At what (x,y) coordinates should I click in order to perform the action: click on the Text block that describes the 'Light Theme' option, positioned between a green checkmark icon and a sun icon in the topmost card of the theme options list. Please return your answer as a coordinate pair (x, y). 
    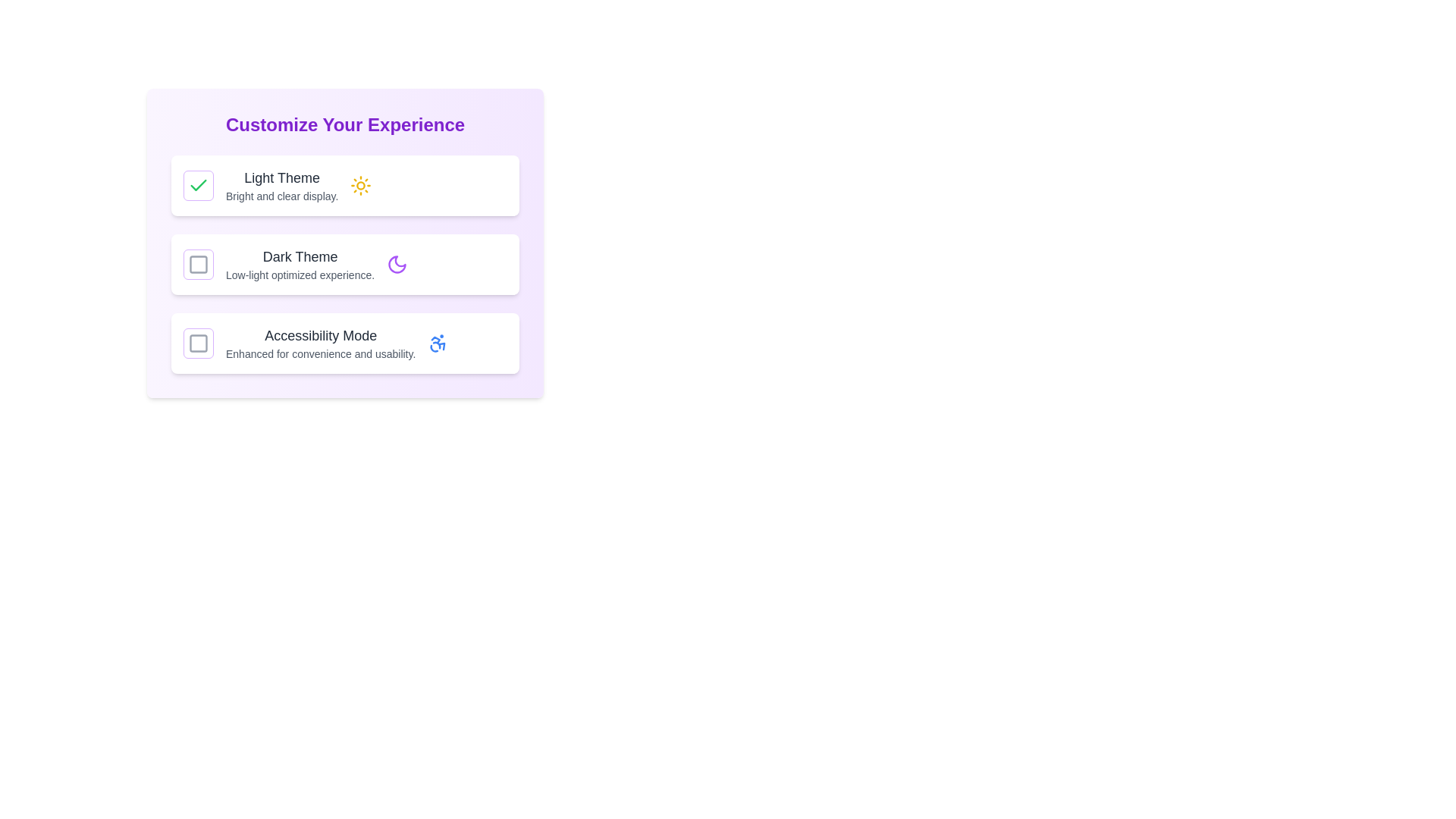
    Looking at the image, I should click on (282, 185).